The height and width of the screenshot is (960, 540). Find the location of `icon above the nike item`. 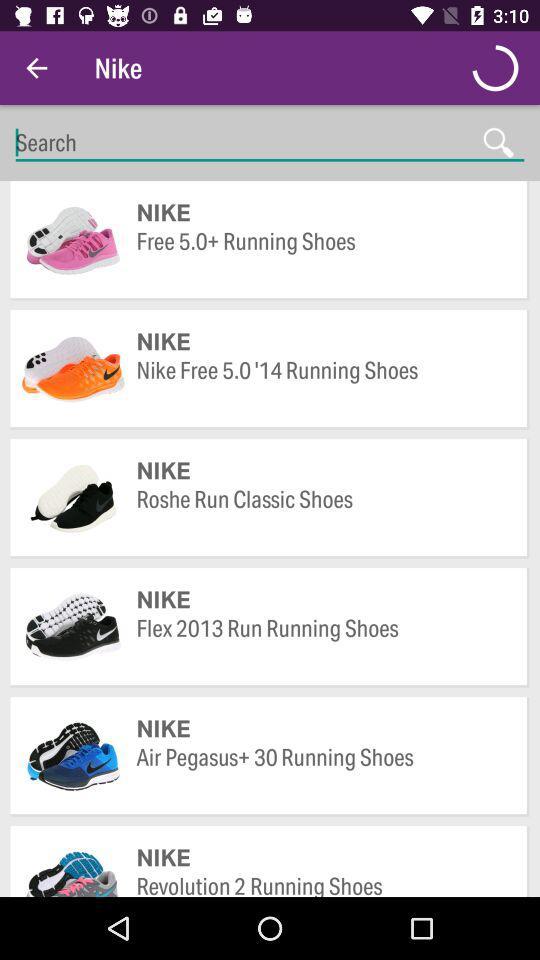

icon above the nike item is located at coordinates (322, 642).